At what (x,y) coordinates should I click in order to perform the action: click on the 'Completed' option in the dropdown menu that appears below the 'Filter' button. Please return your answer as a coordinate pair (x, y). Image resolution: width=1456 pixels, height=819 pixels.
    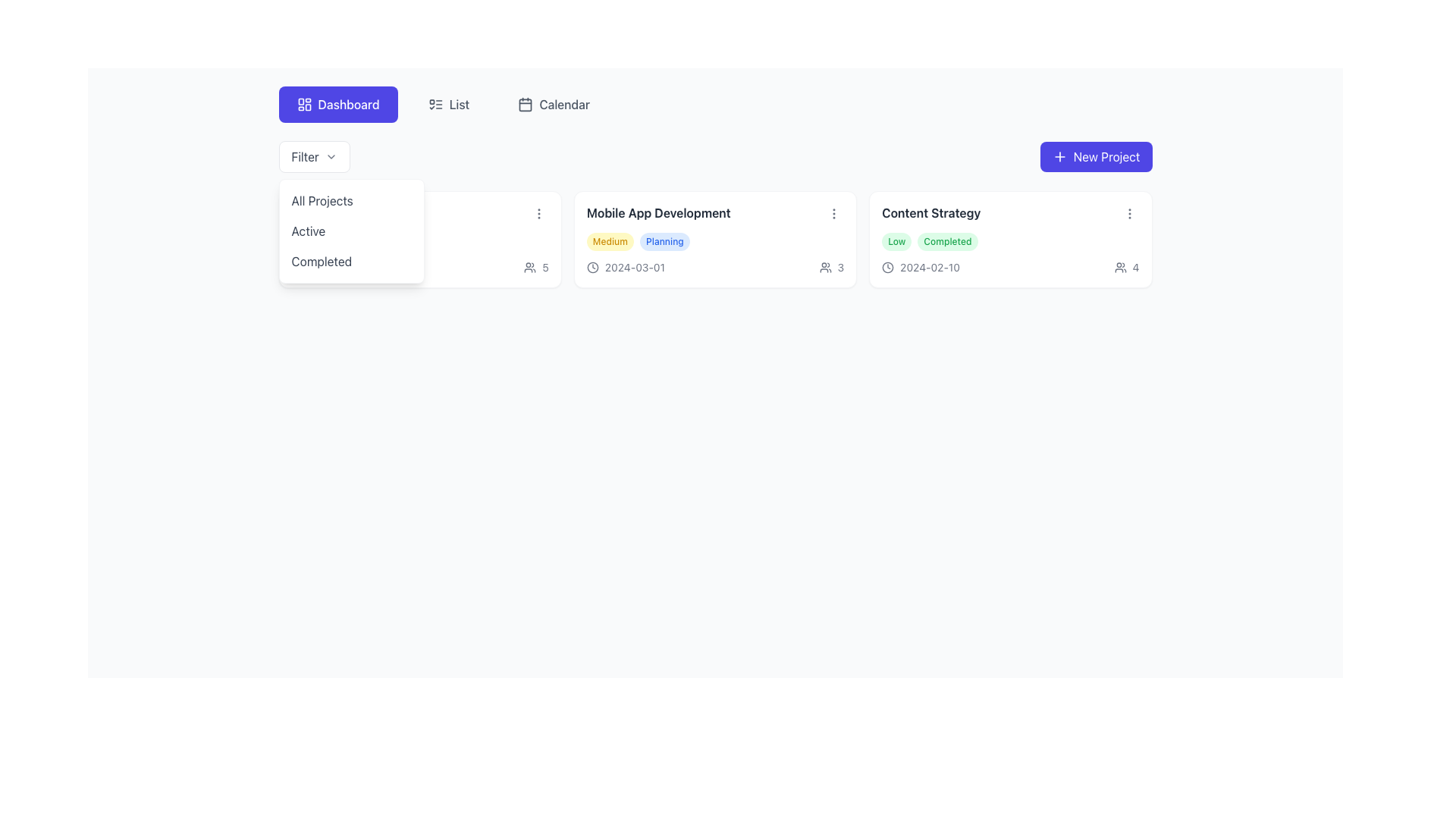
    Looking at the image, I should click on (350, 260).